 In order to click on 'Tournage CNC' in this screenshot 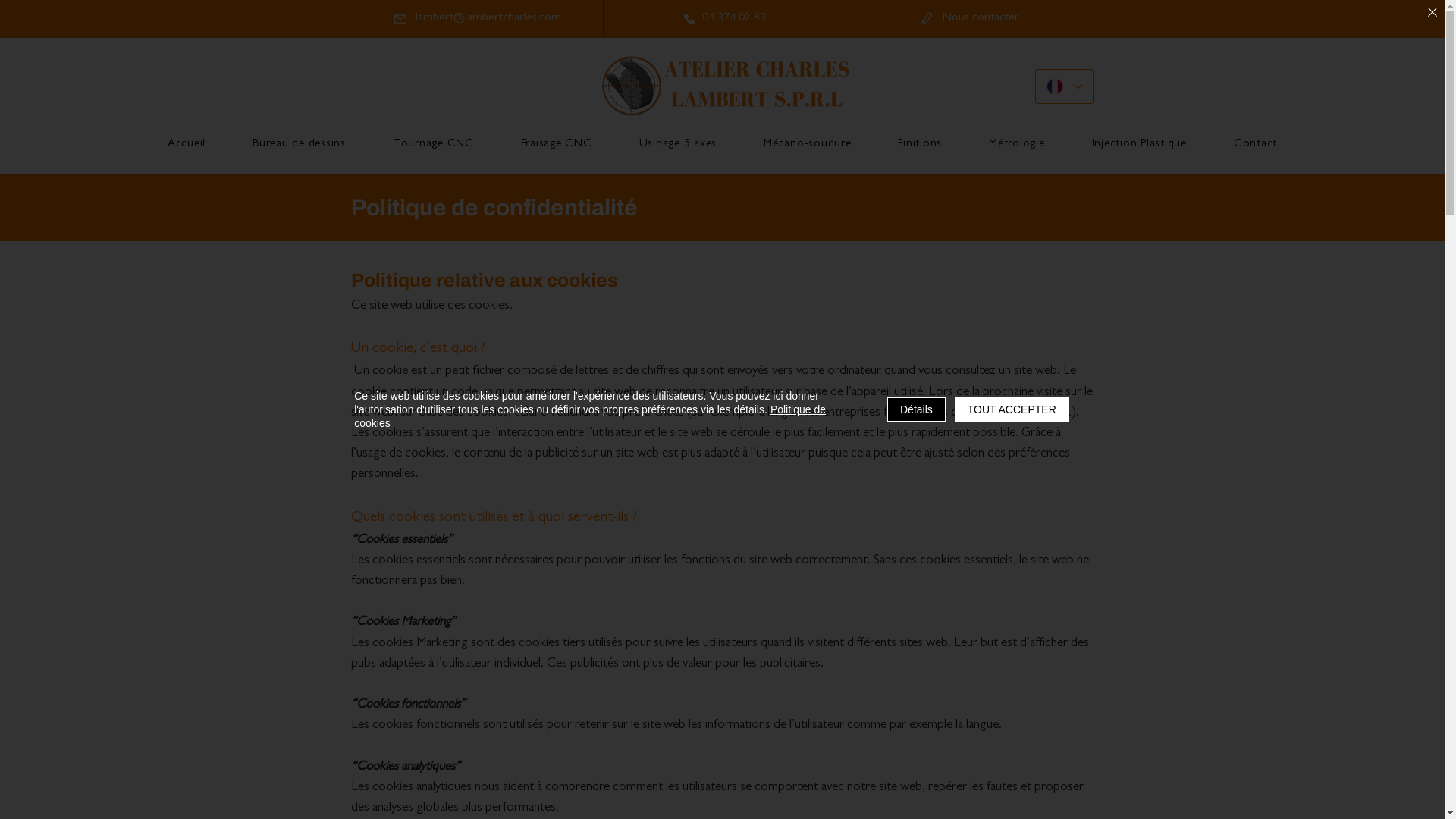, I will do `click(432, 145)`.